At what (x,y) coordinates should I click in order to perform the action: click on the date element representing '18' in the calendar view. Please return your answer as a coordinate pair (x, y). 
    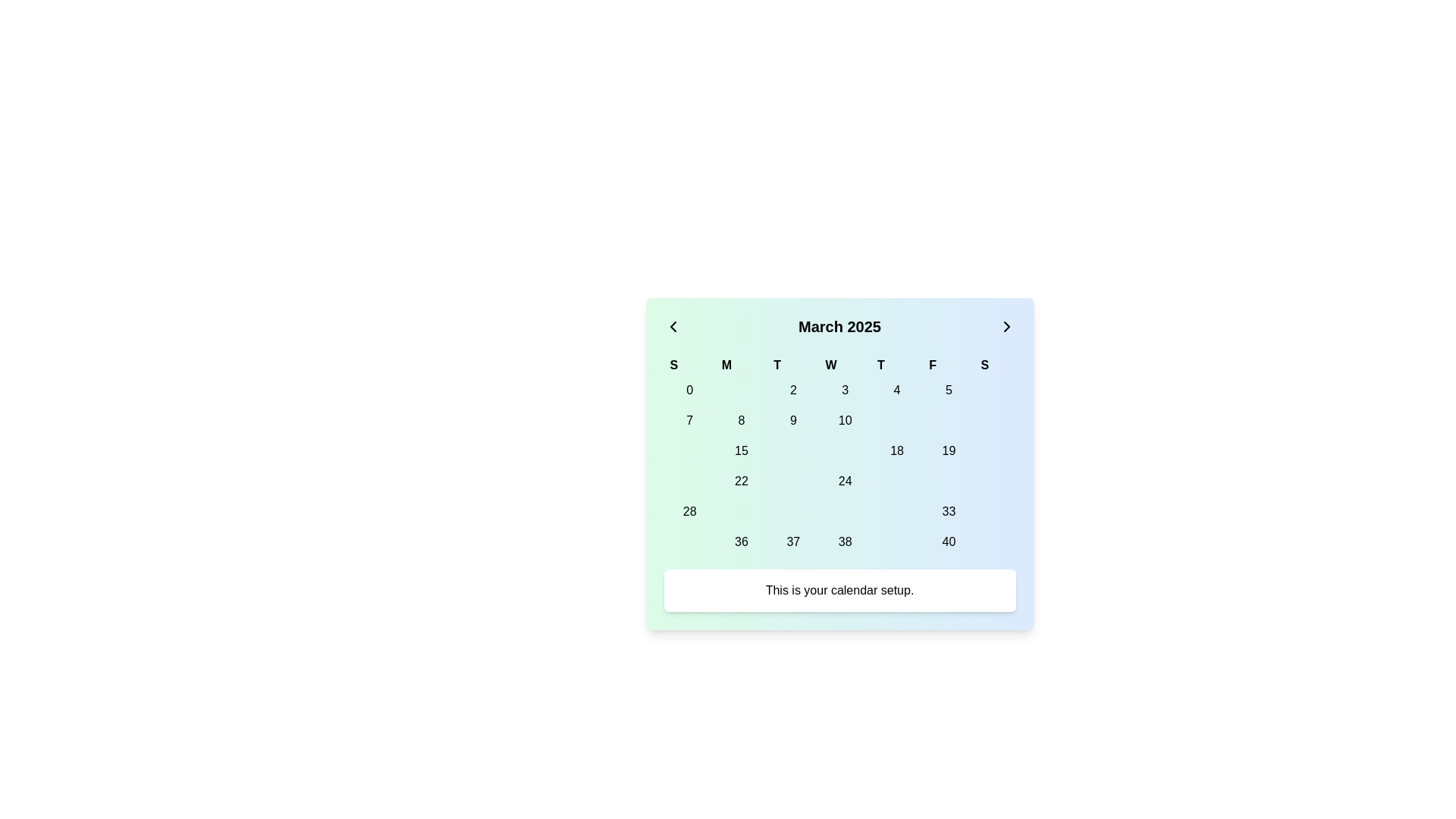
    Looking at the image, I should click on (897, 450).